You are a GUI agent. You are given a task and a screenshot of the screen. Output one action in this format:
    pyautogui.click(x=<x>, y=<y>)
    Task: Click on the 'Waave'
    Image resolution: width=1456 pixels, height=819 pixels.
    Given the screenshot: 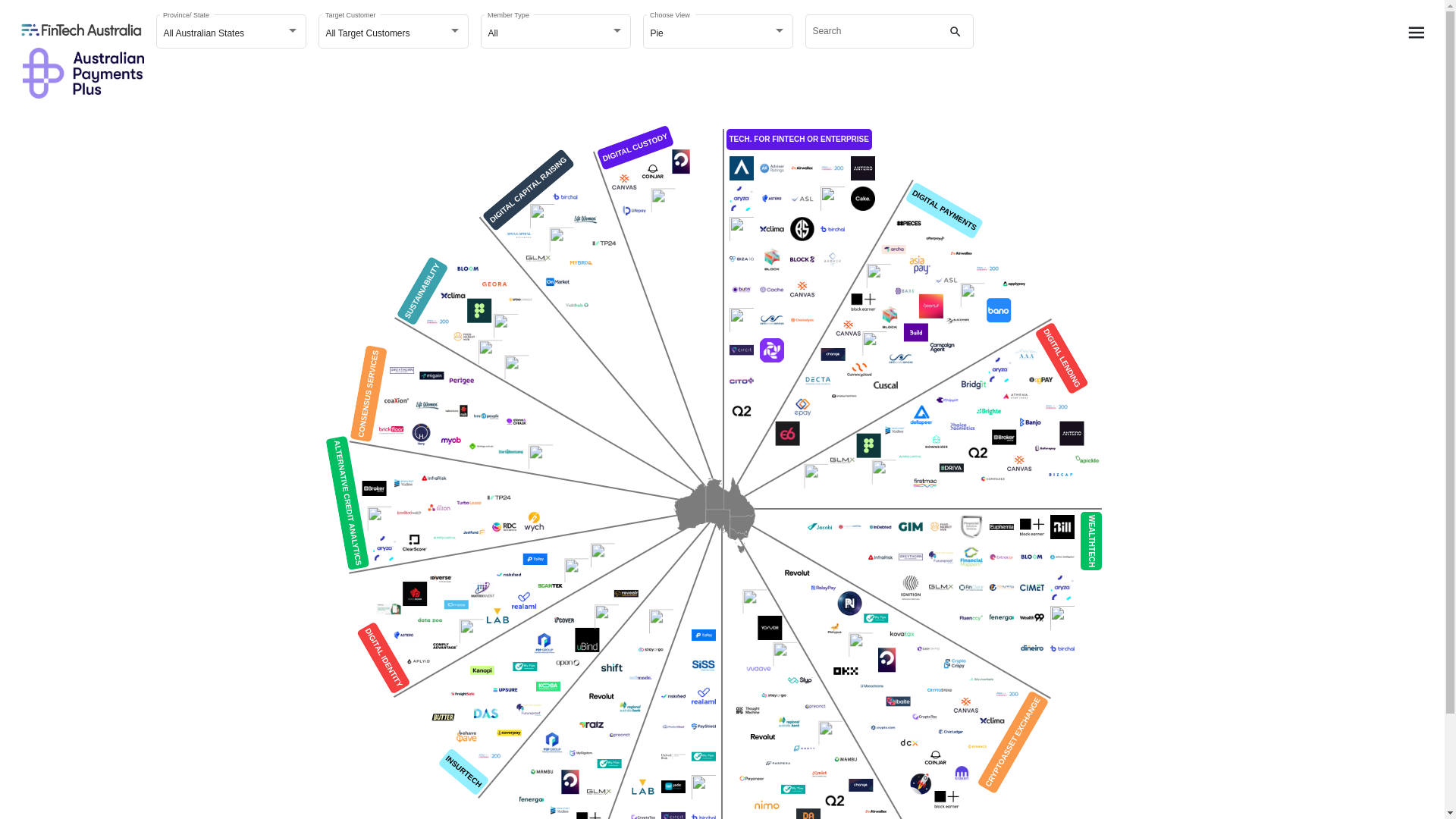 What is the action you would take?
    pyautogui.click(x=758, y=669)
    